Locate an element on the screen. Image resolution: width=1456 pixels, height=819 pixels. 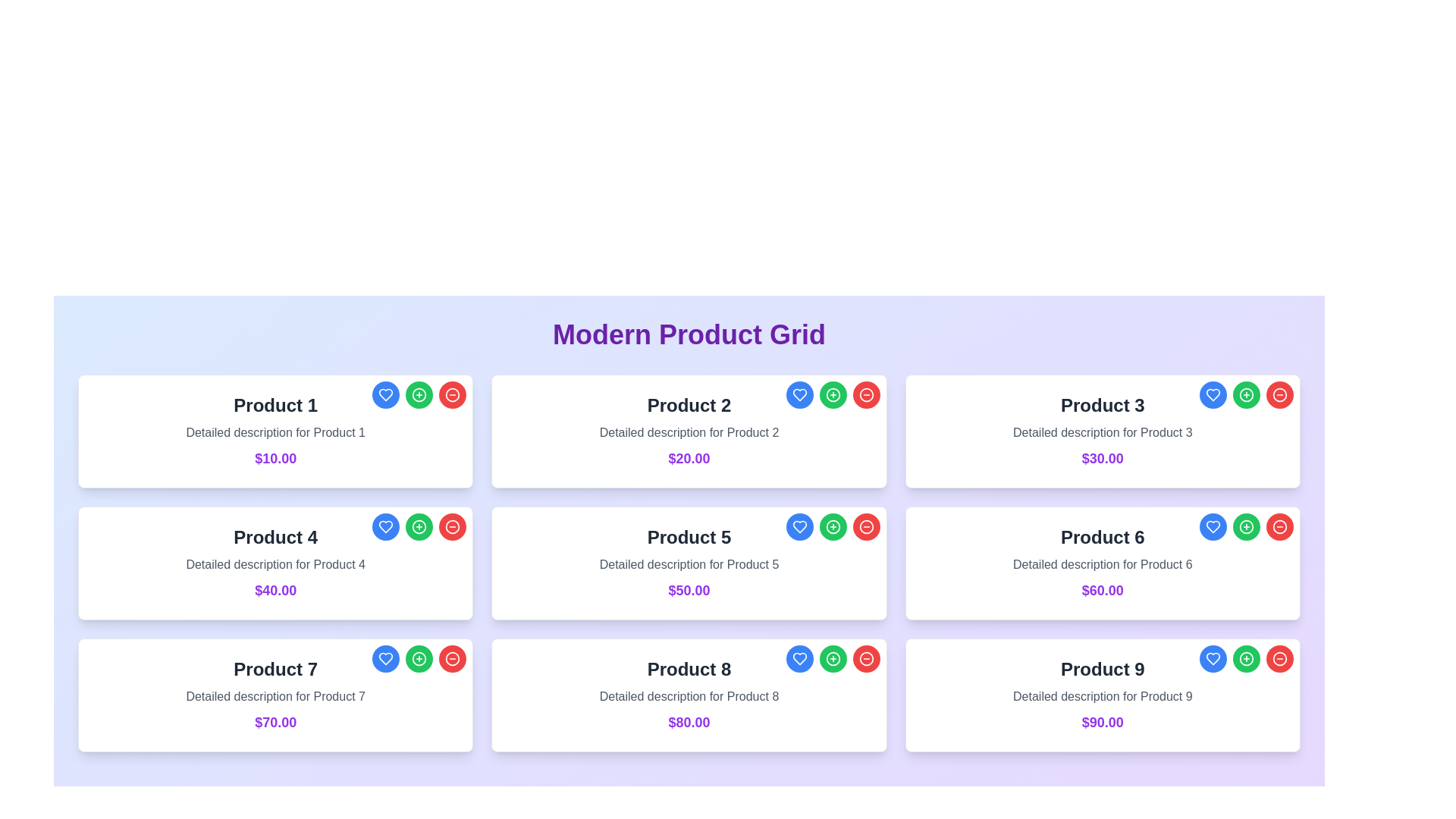
the text label displaying the price '$80.00' in purple, bold font, located within the card for 'Product 8', below the description text is located at coordinates (688, 721).